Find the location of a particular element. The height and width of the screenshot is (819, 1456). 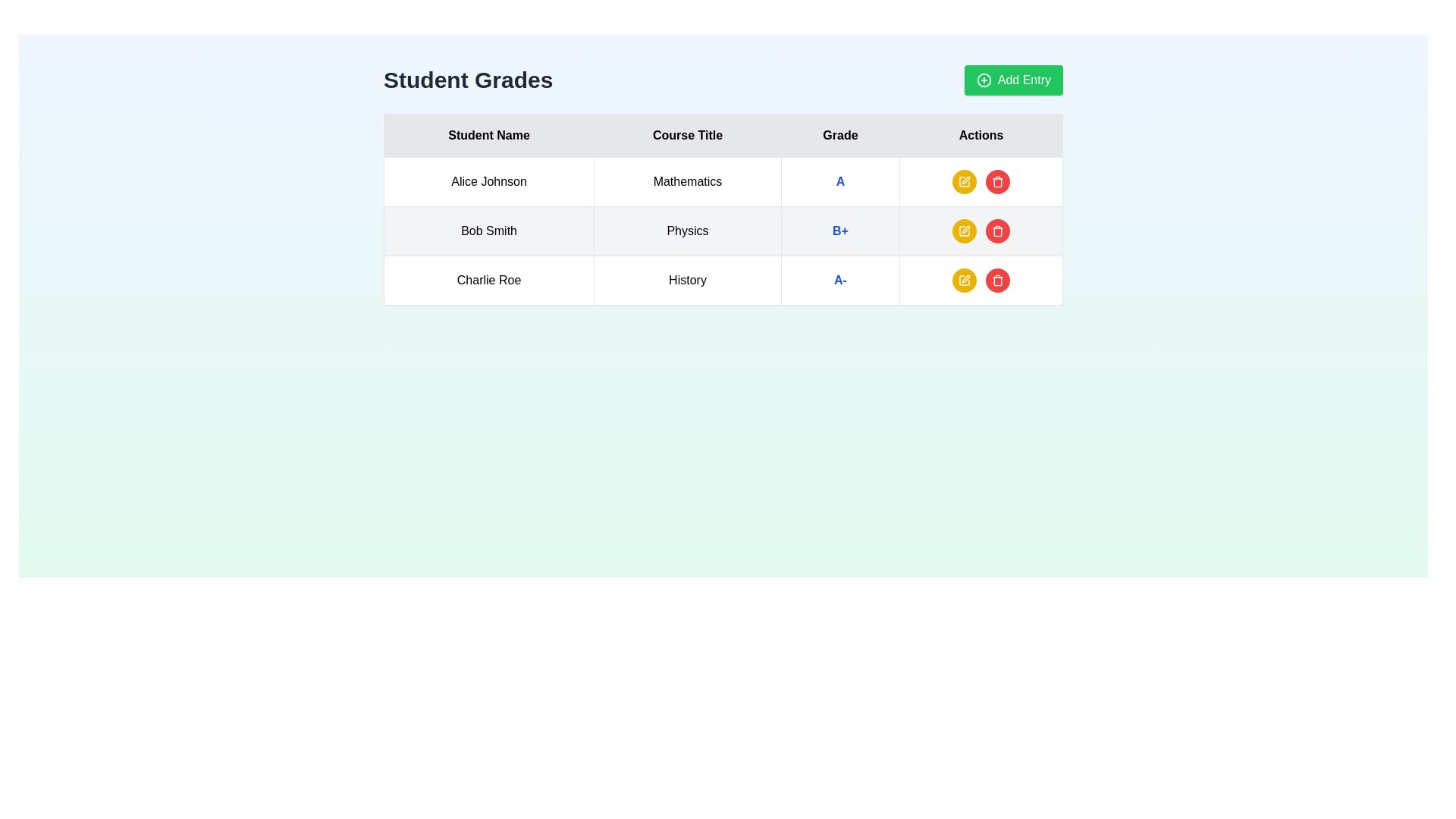

the red circular delete button with a trash can icon, located in the 'Actions' column of the row for 'Charlie Roe' is located at coordinates (997, 231).